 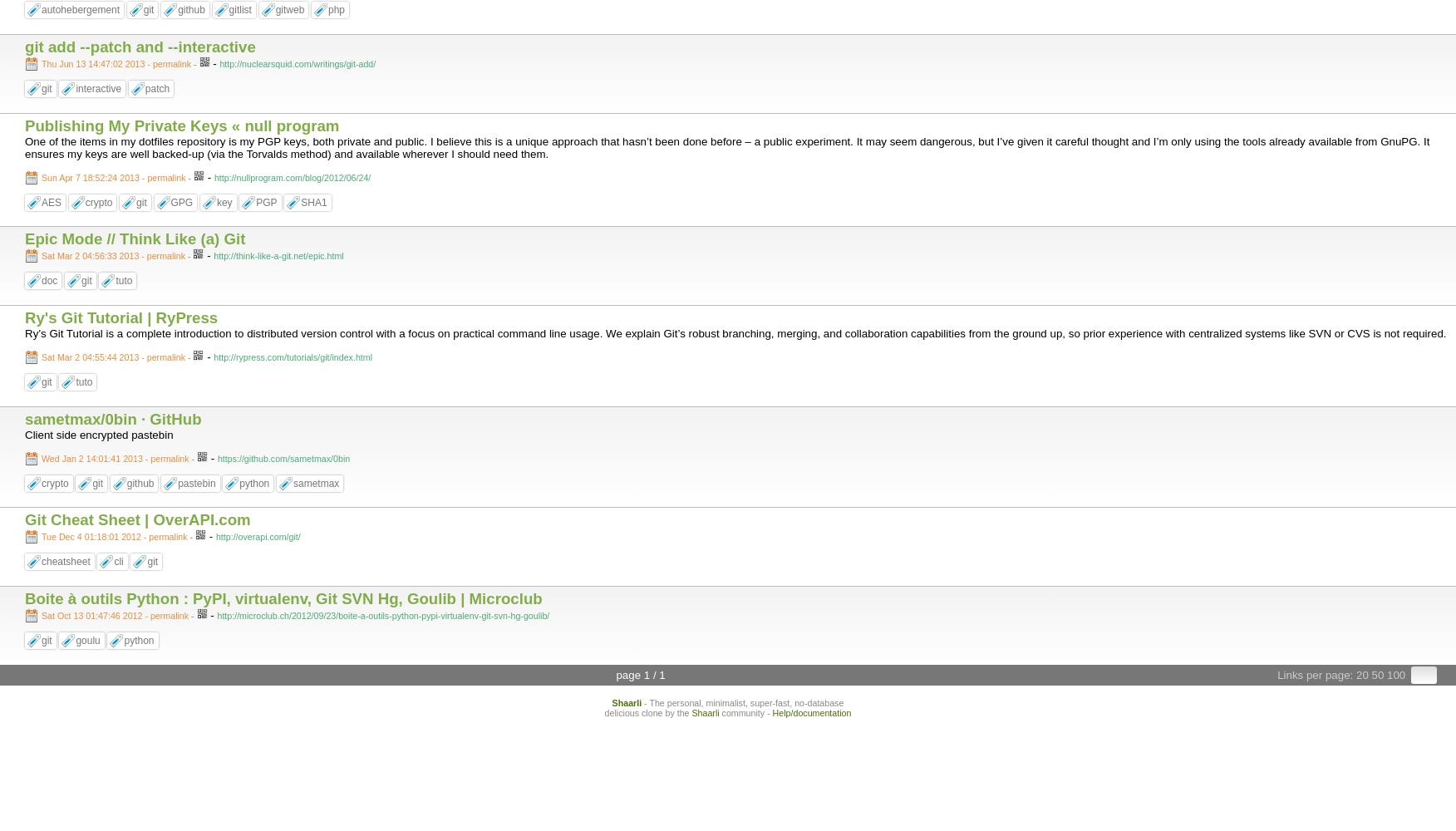 What do you see at coordinates (140, 46) in the screenshot?
I see `'git add --patch and --interactive'` at bounding box center [140, 46].